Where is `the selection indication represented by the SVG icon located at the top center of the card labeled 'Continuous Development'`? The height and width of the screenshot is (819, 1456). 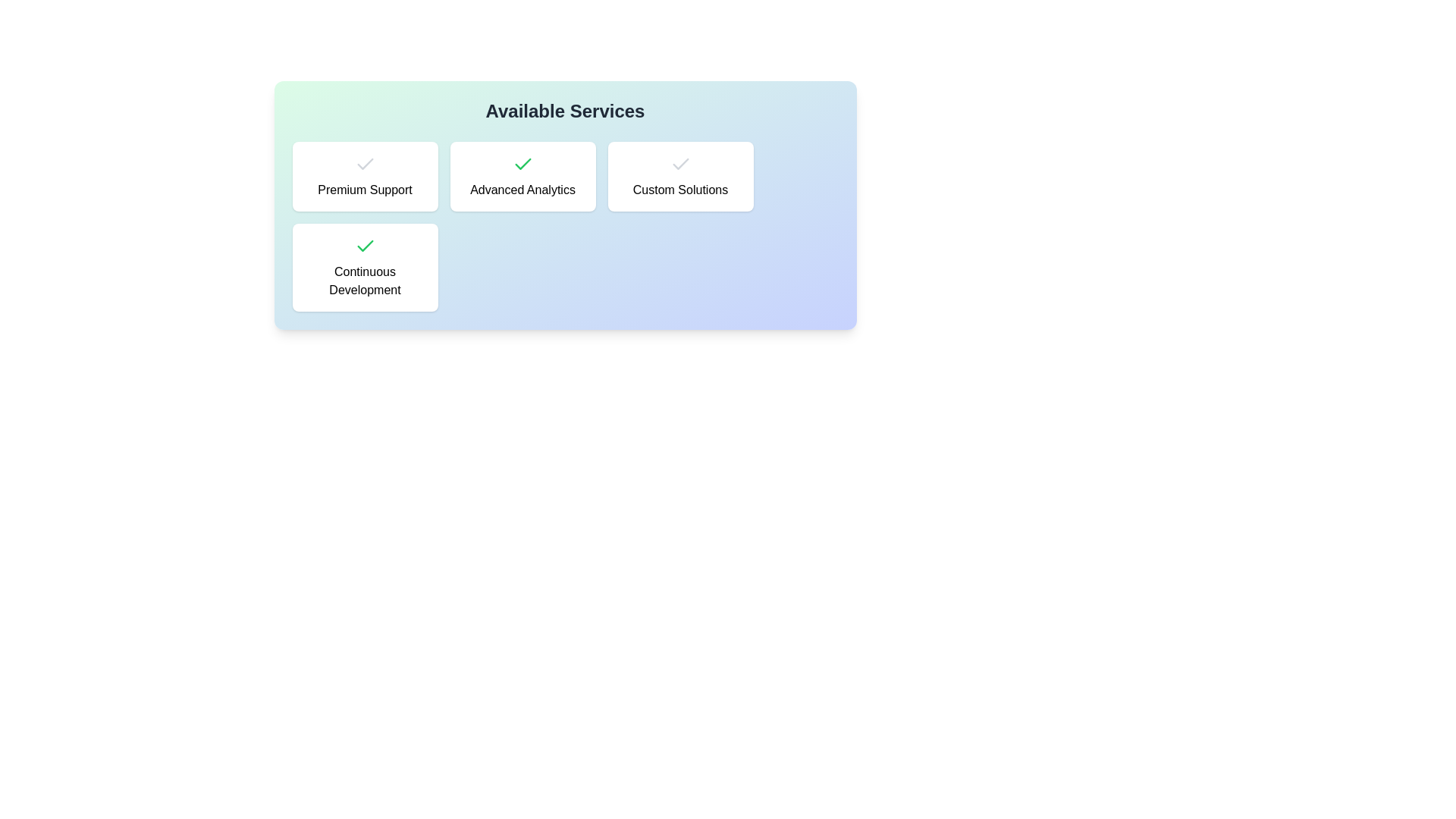 the selection indication represented by the SVG icon located at the top center of the card labeled 'Continuous Development' is located at coordinates (365, 245).